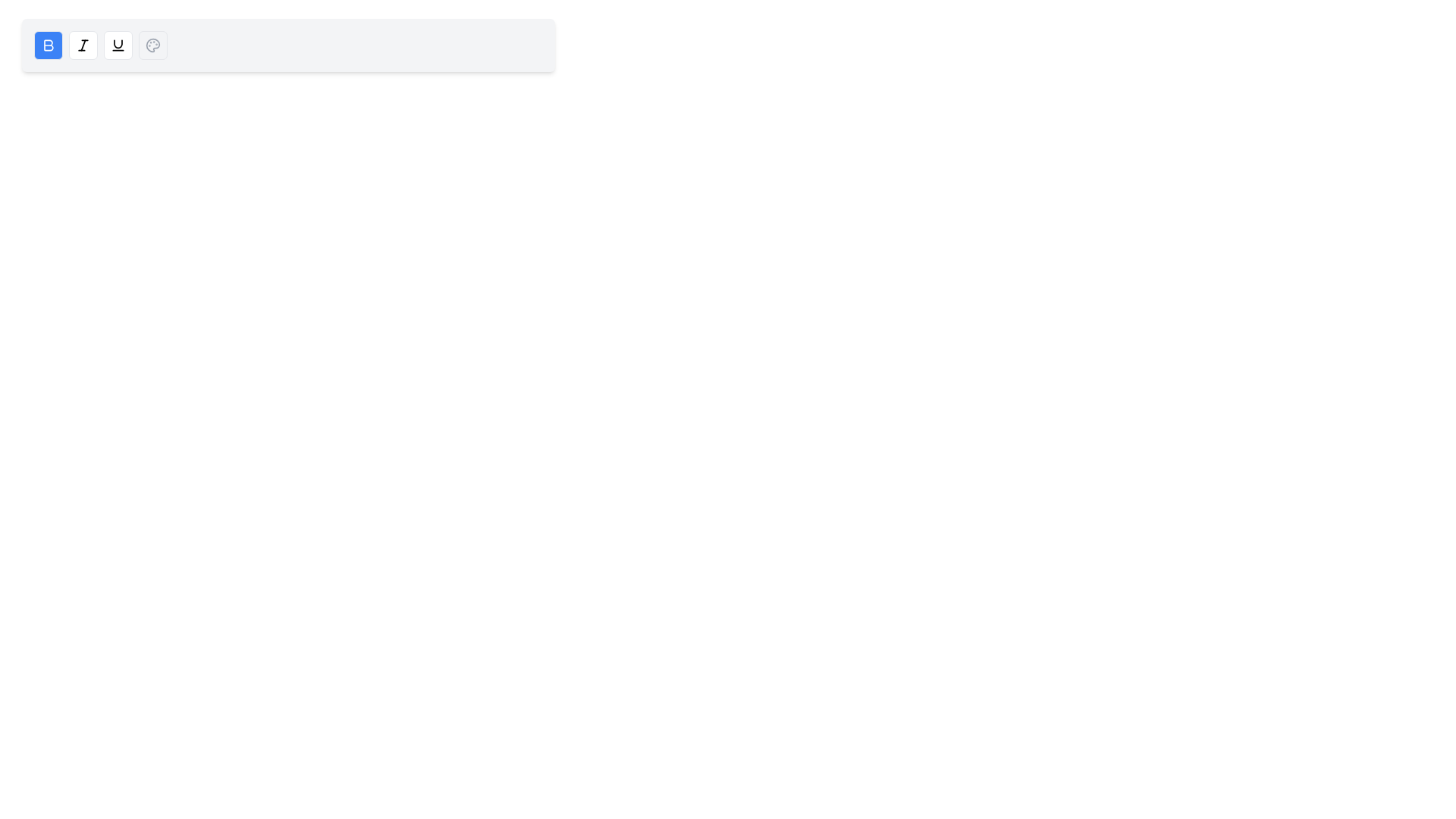  I want to click on the artist's palette icon, which is the fourth tool in the horizontal toolbar, so click(152, 45).